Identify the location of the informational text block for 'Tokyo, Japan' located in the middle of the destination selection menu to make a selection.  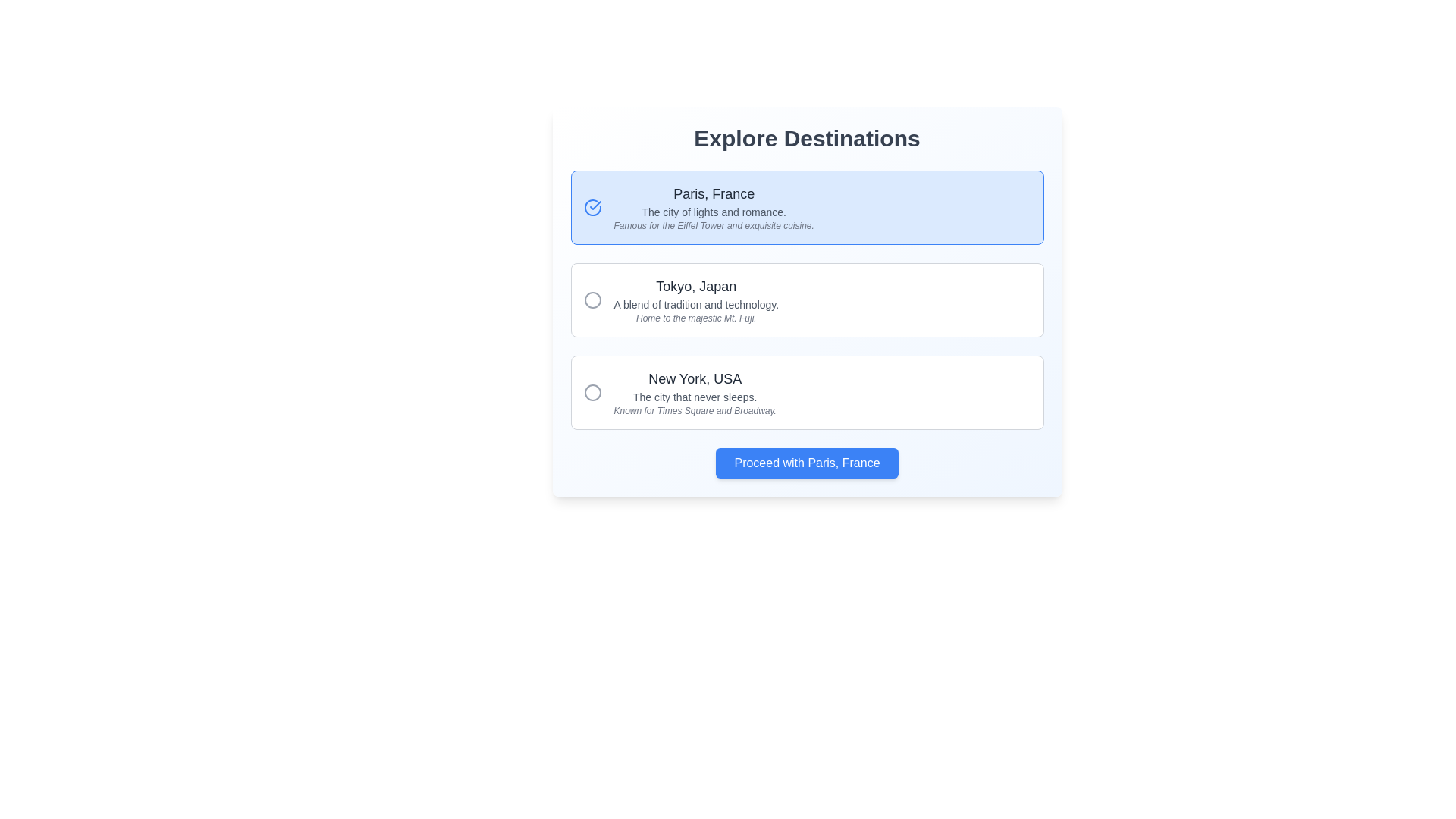
(695, 300).